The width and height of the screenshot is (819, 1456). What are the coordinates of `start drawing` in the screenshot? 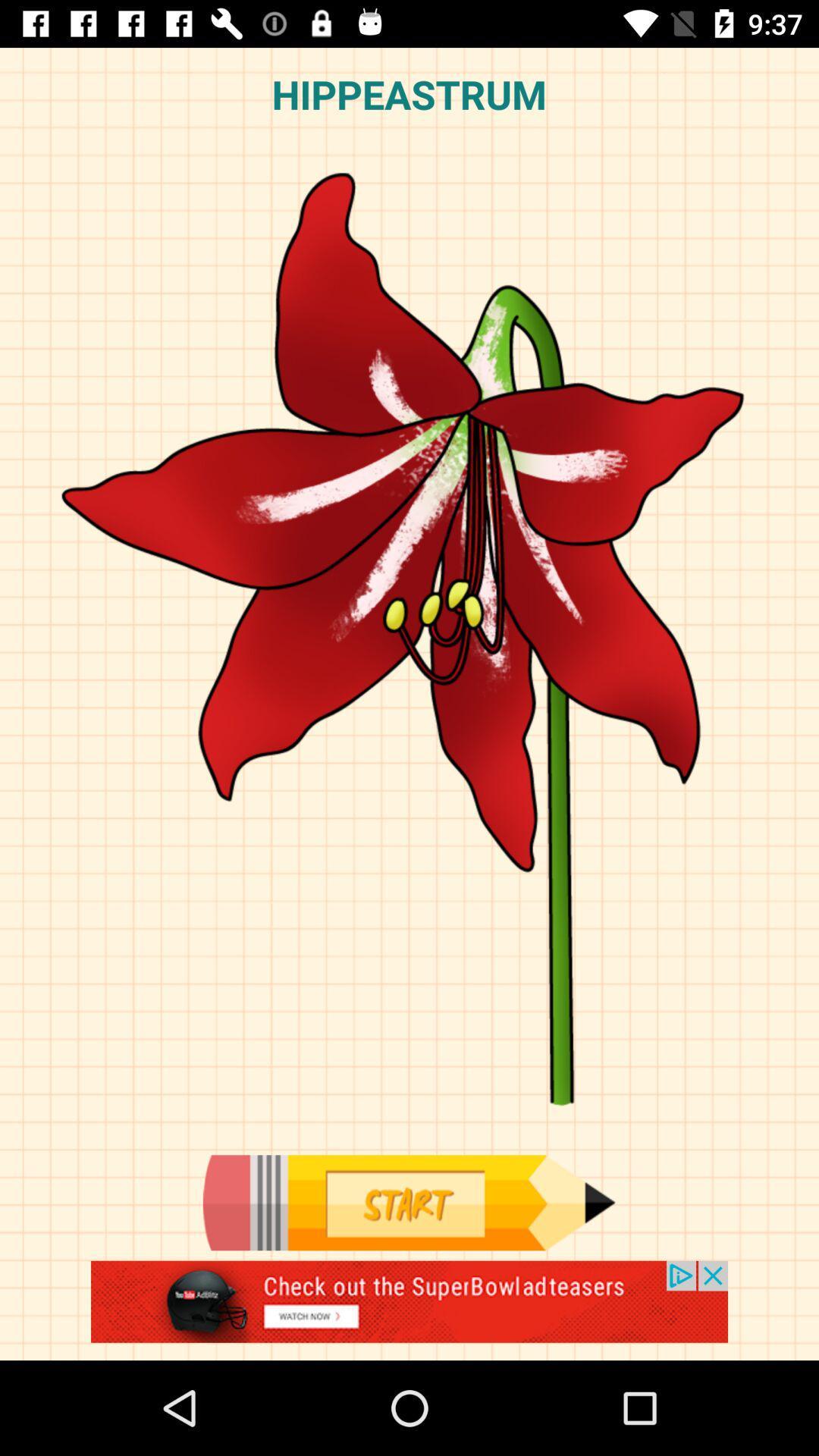 It's located at (408, 1202).